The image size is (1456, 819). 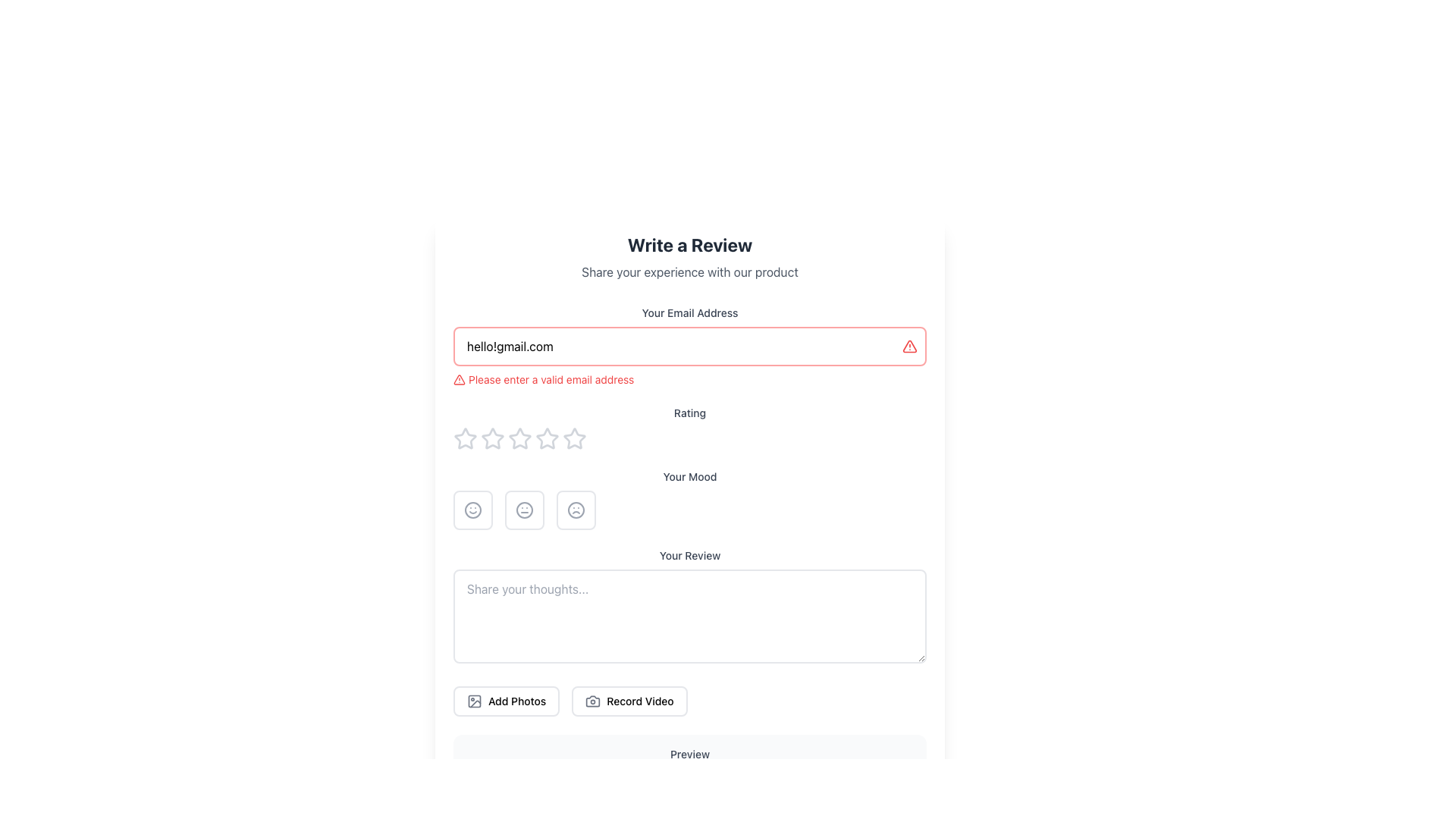 I want to click on the fifth star icon for rating, so click(x=574, y=438).